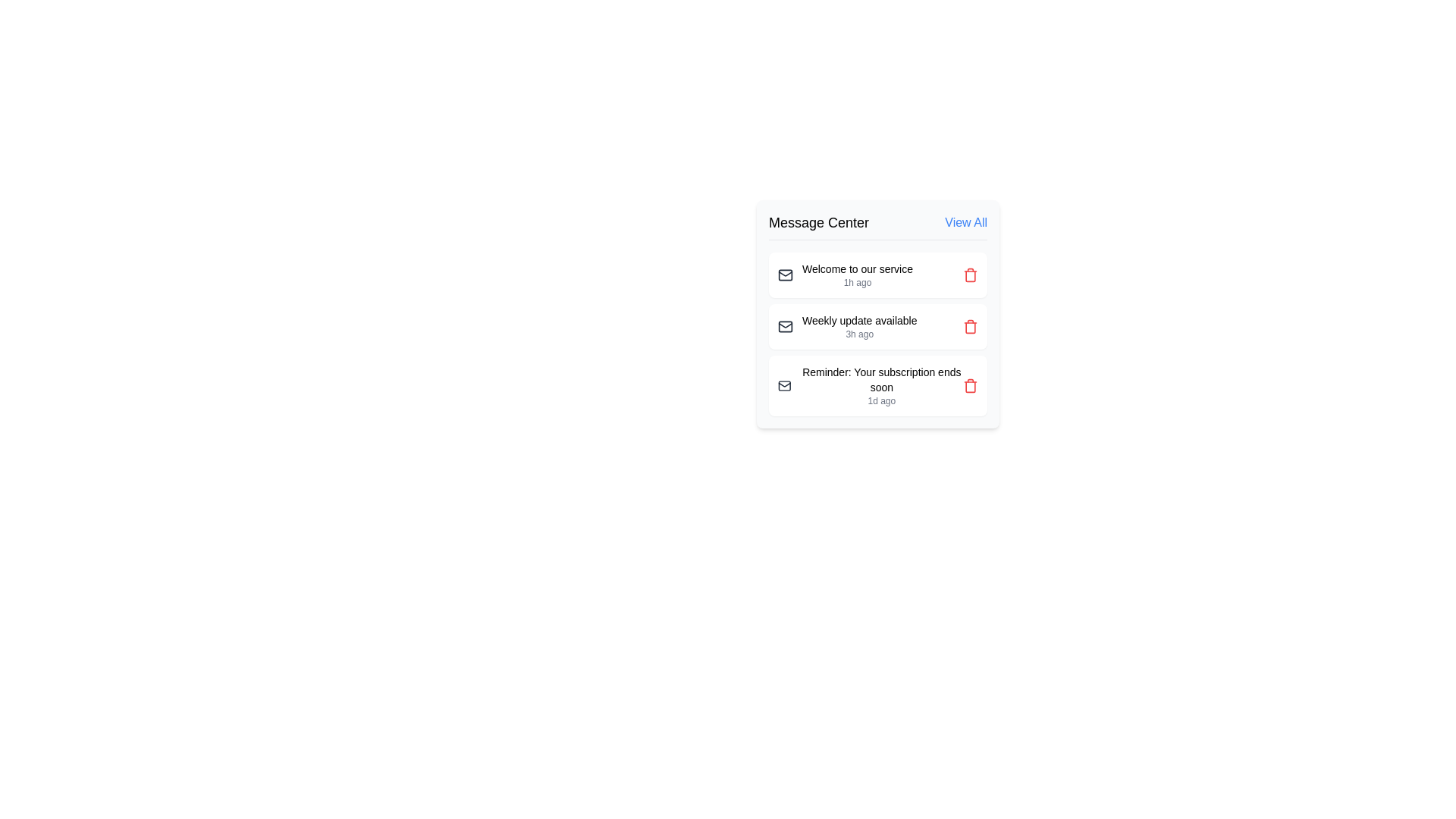  Describe the element at coordinates (881, 385) in the screenshot. I see `the notification entry stating 'Reminder: Your subscription ends soon' in the Message Center` at that location.